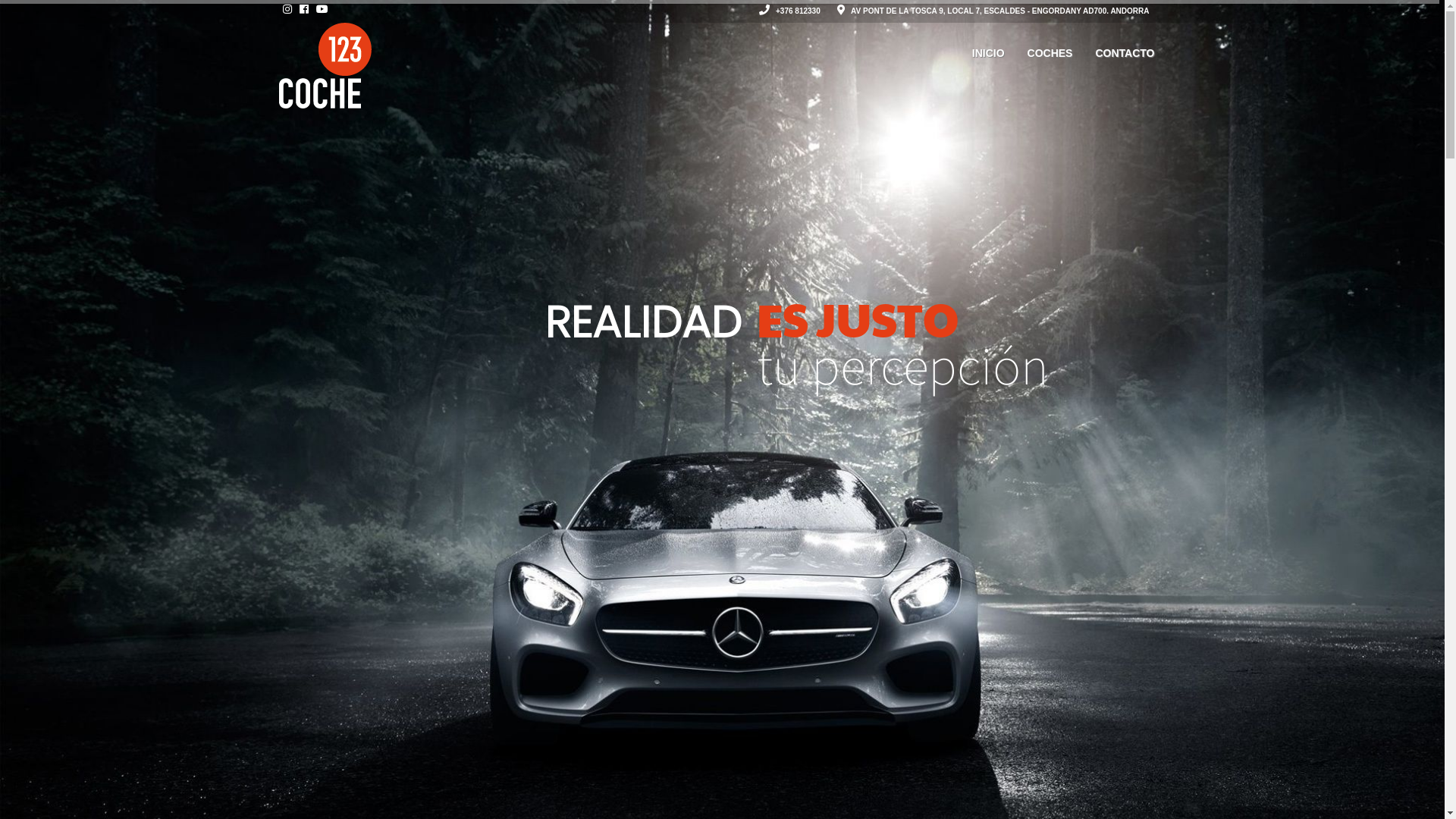 This screenshot has height=819, width=1456. I want to click on '+376 812330', so click(789, 11).